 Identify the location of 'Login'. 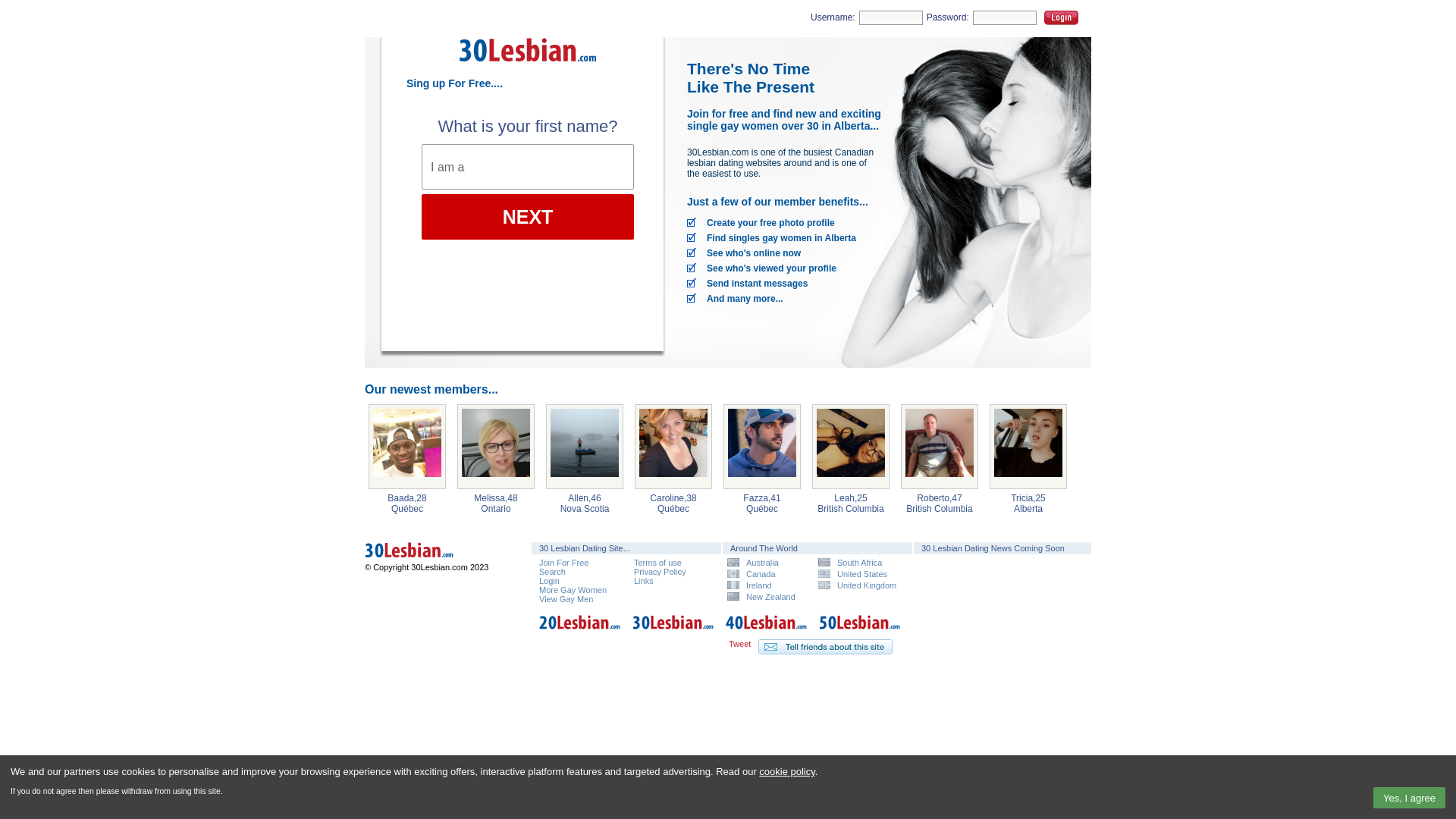
(1060, 17).